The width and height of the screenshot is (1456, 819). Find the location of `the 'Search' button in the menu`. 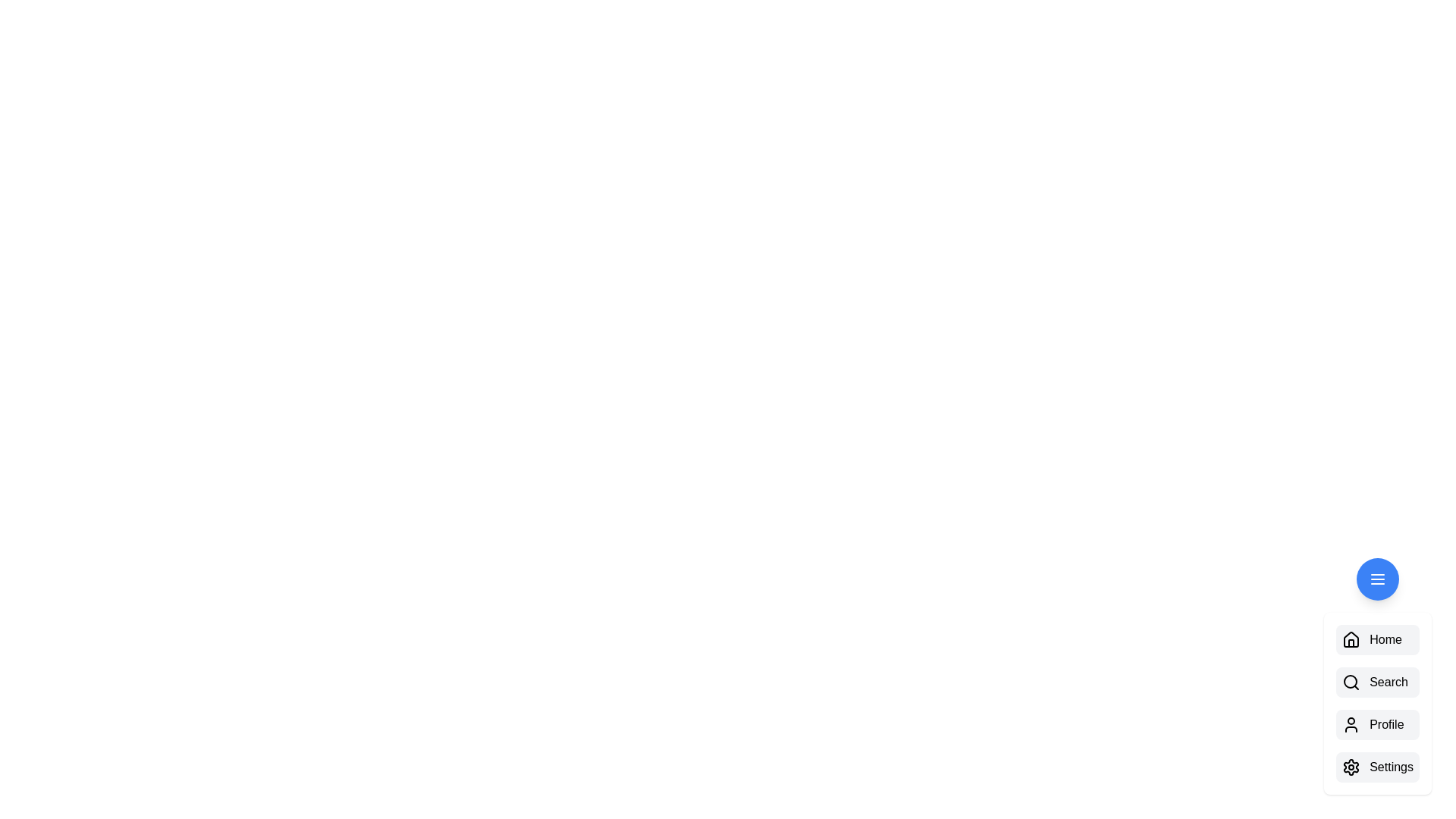

the 'Search' button in the menu is located at coordinates (1378, 681).